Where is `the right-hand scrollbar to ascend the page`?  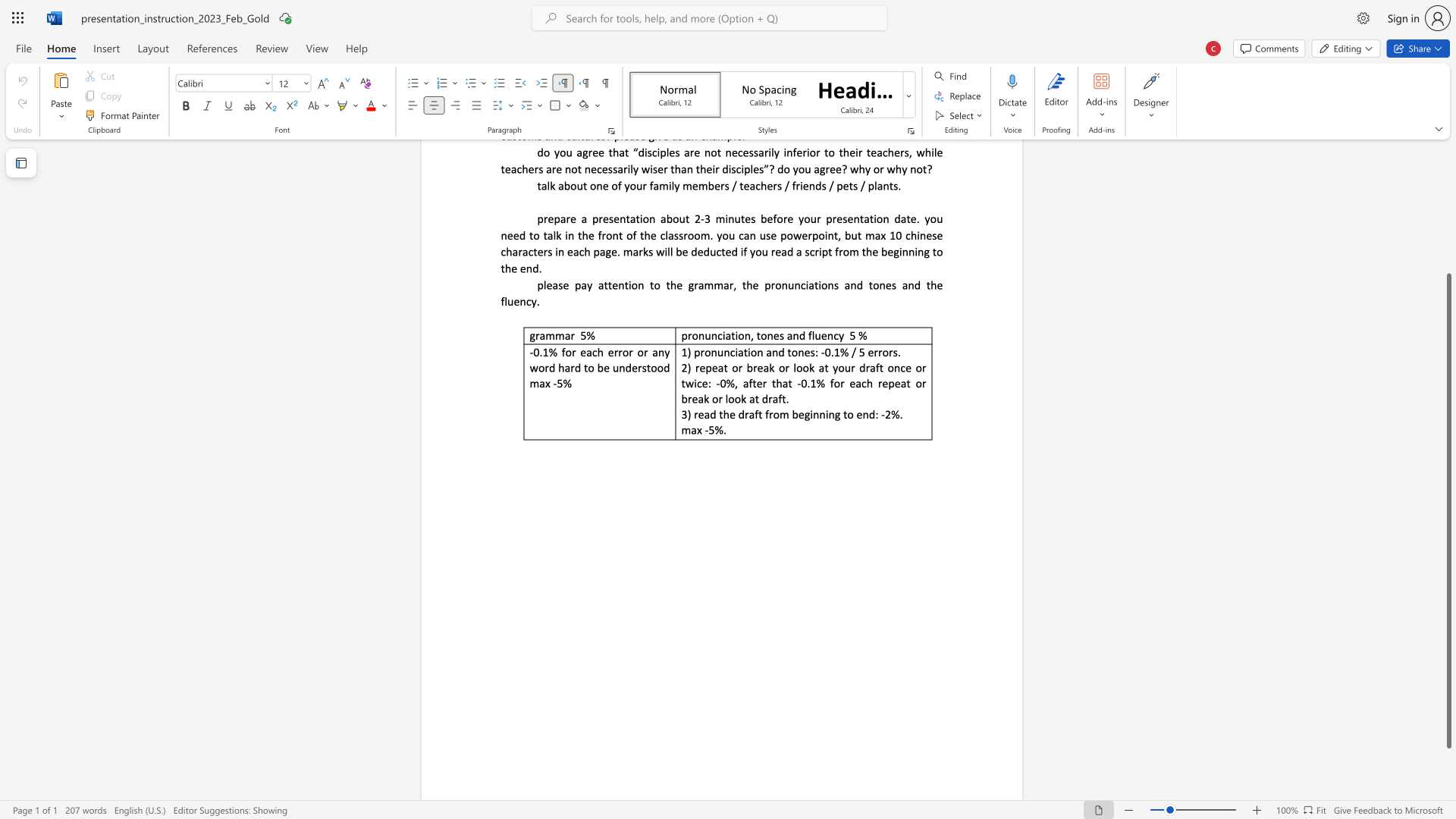
the right-hand scrollbar to ascend the page is located at coordinates (1448, 196).